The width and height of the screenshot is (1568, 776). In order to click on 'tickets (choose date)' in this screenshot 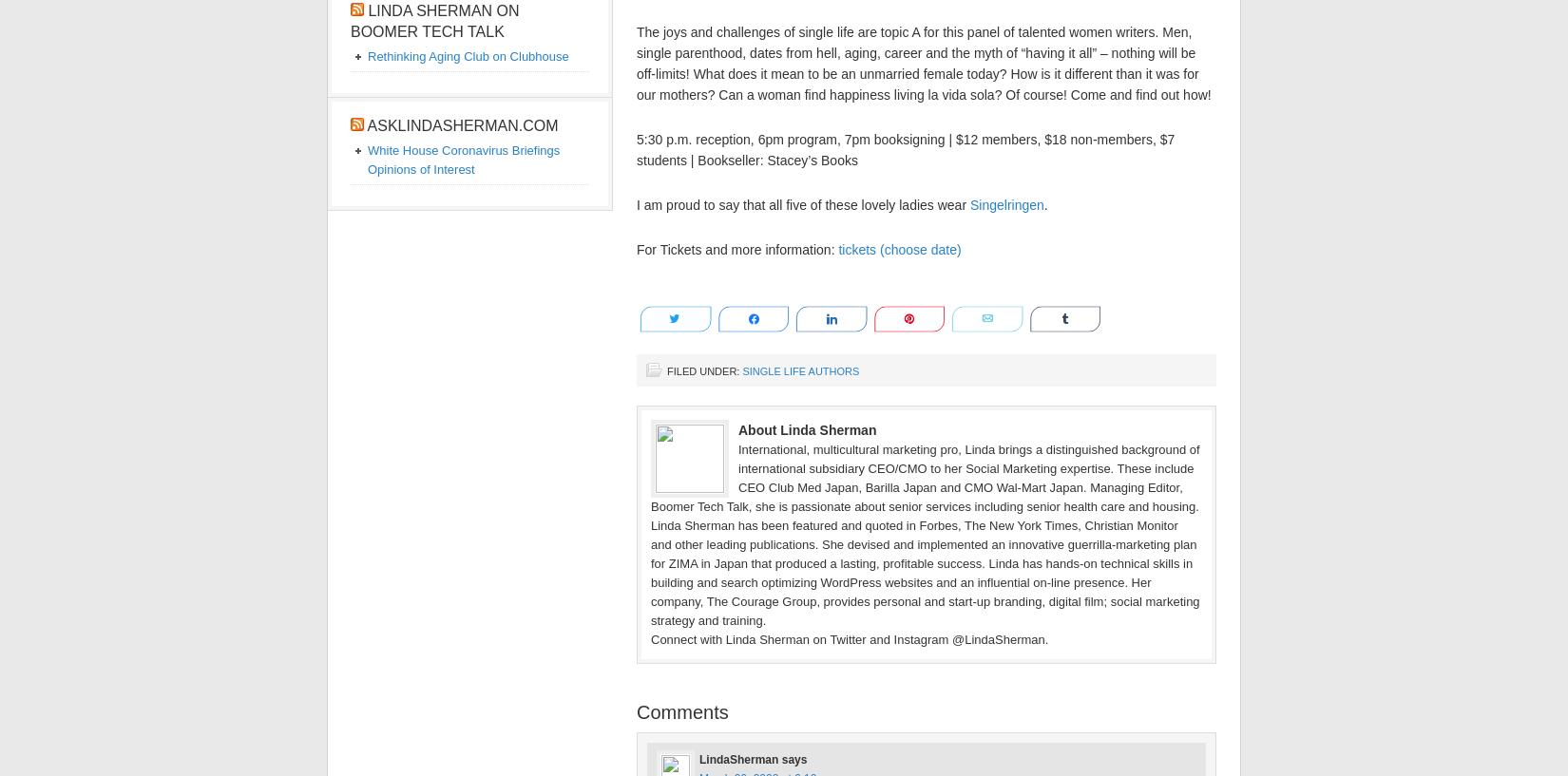, I will do `click(837, 249)`.